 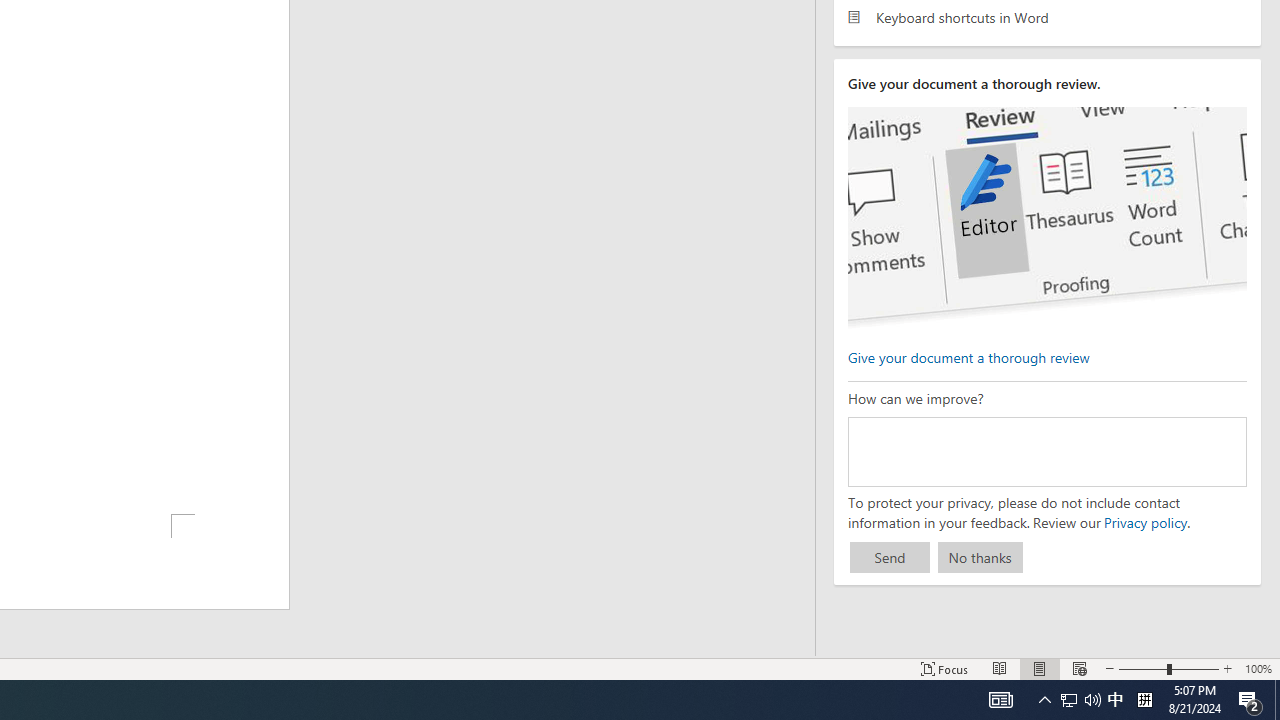 I want to click on 'No thanks', so click(x=980, y=557).